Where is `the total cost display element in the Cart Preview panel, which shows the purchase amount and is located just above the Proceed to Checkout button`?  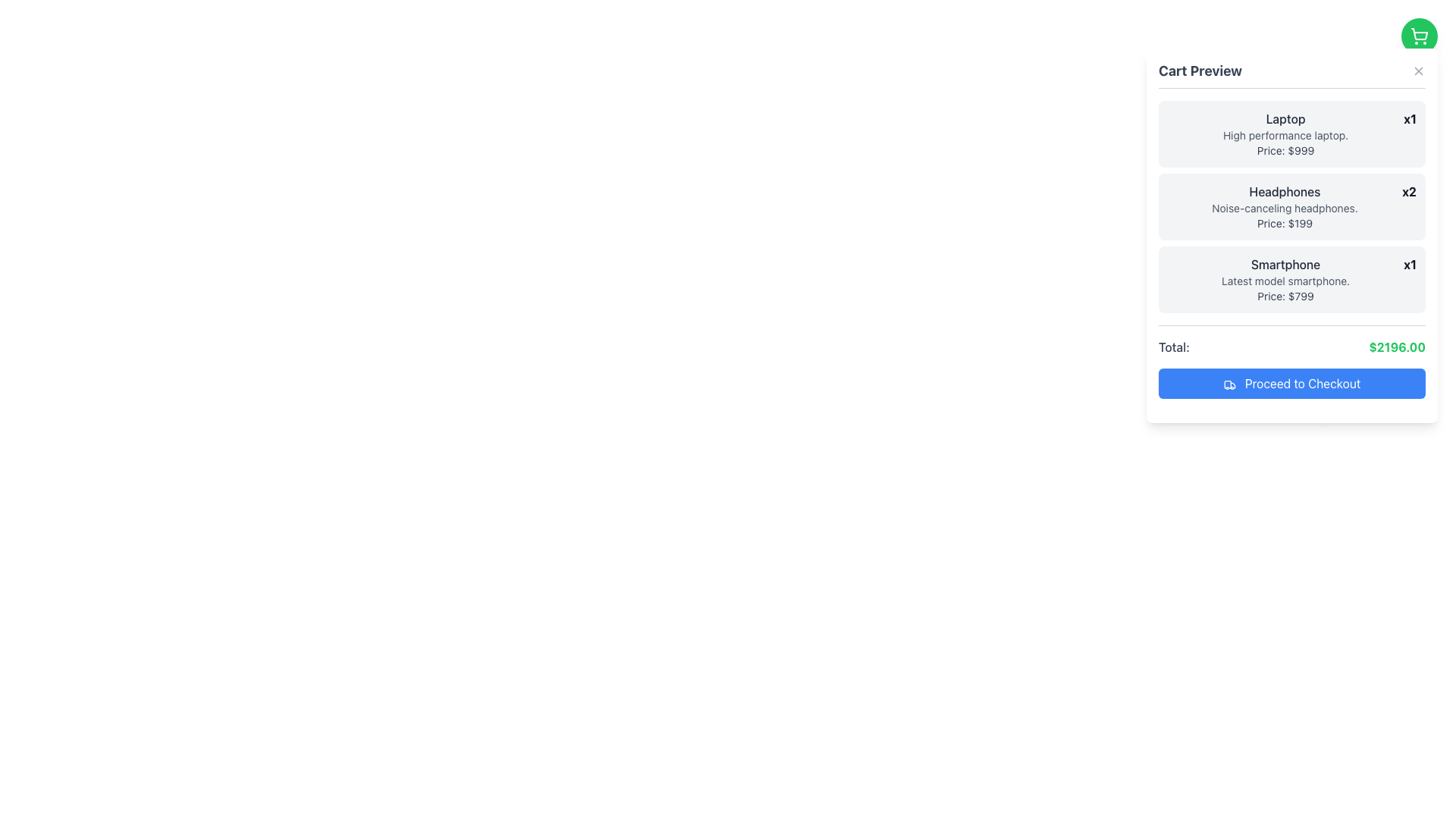 the total cost display element in the Cart Preview panel, which shows the purchase amount and is located just above the Proceed to Checkout button is located at coordinates (1291, 339).